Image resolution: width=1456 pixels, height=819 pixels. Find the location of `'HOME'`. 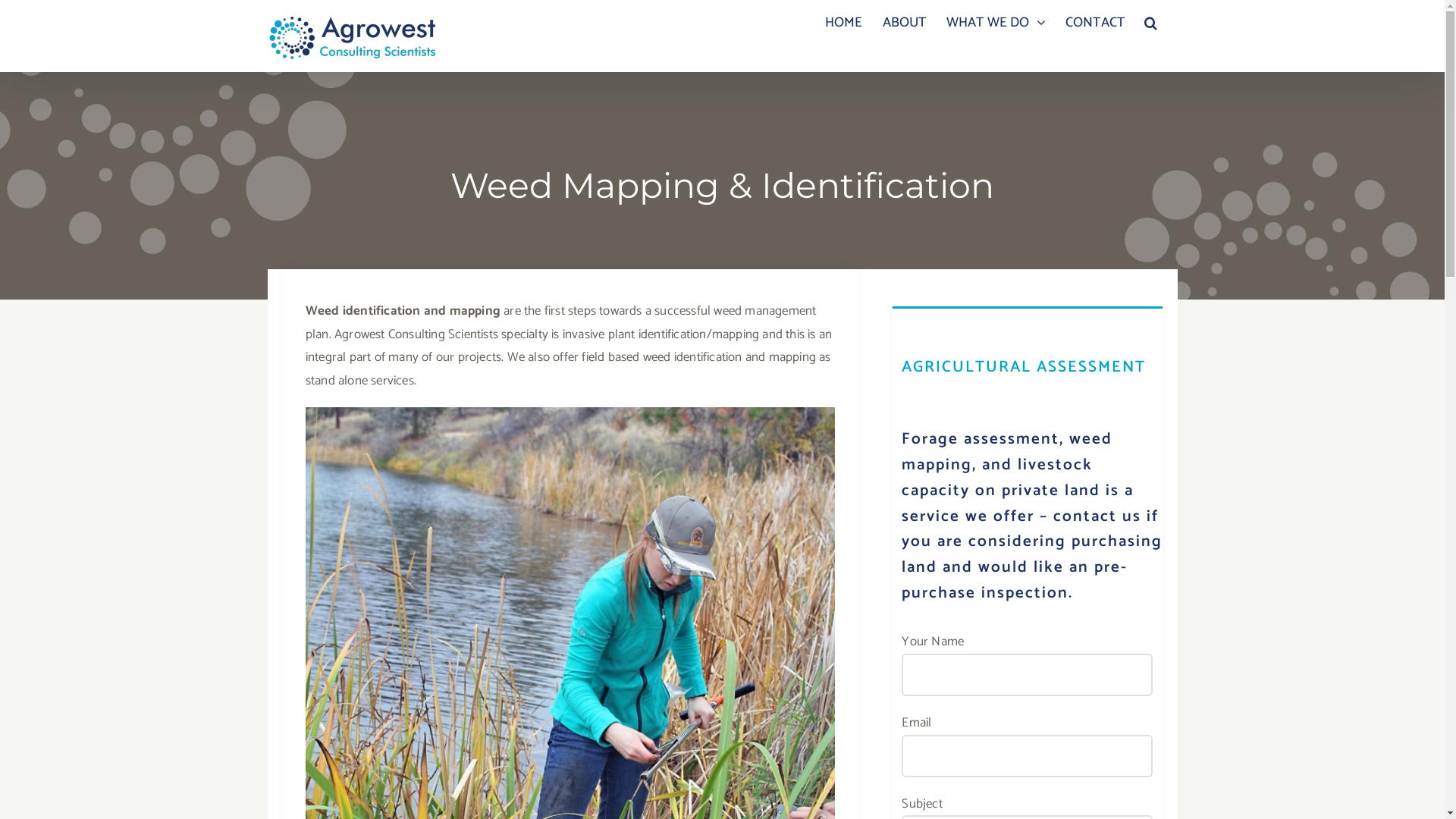

'HOME' is located at coordinates (843, 23).